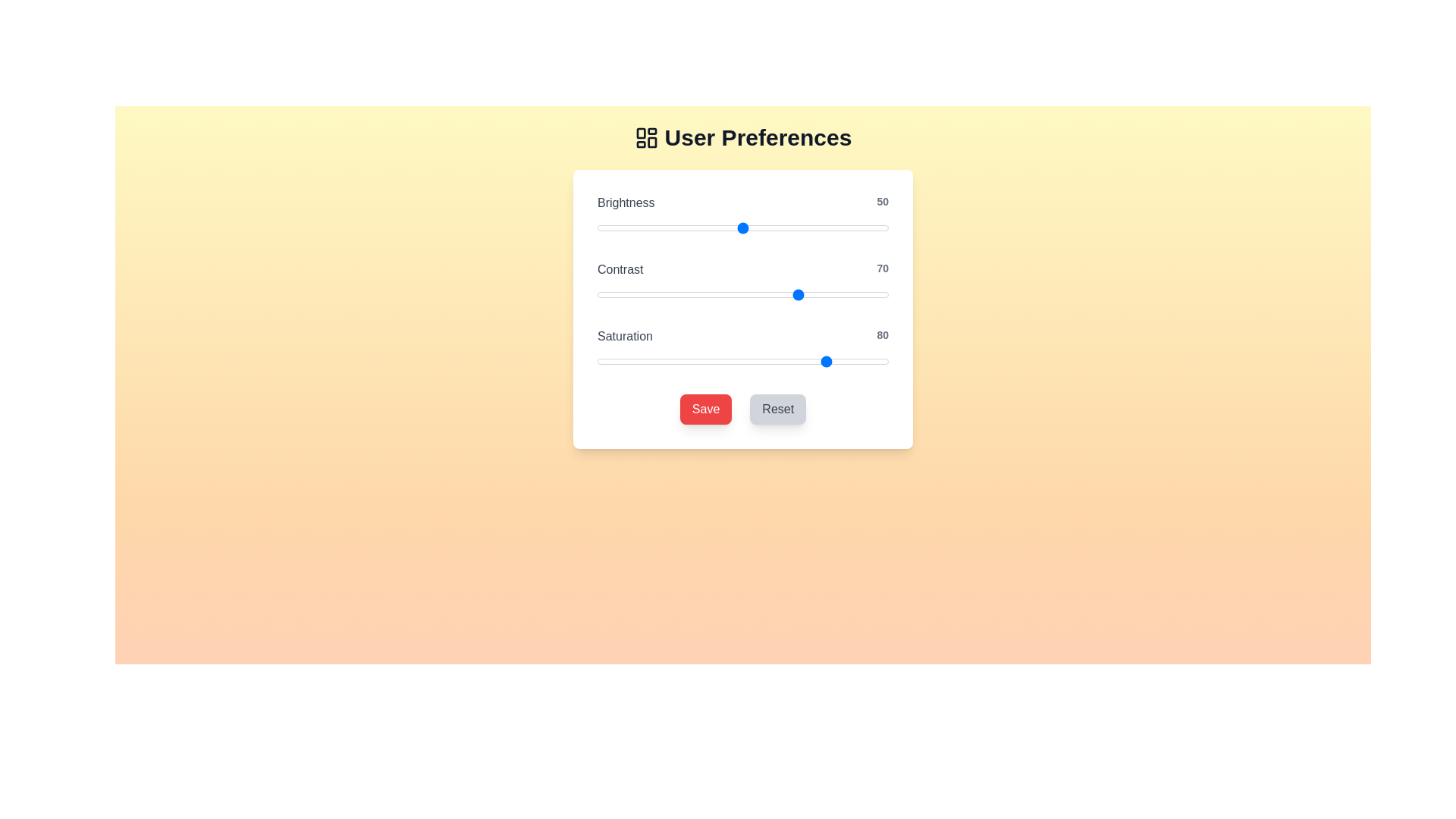 The width and height of the screenshot is (1456, 819). What do you see at coordinates (761, 362) in the screenshot?
I see `the 'Saturation' slider to 56` at bounding box center [761, 362].